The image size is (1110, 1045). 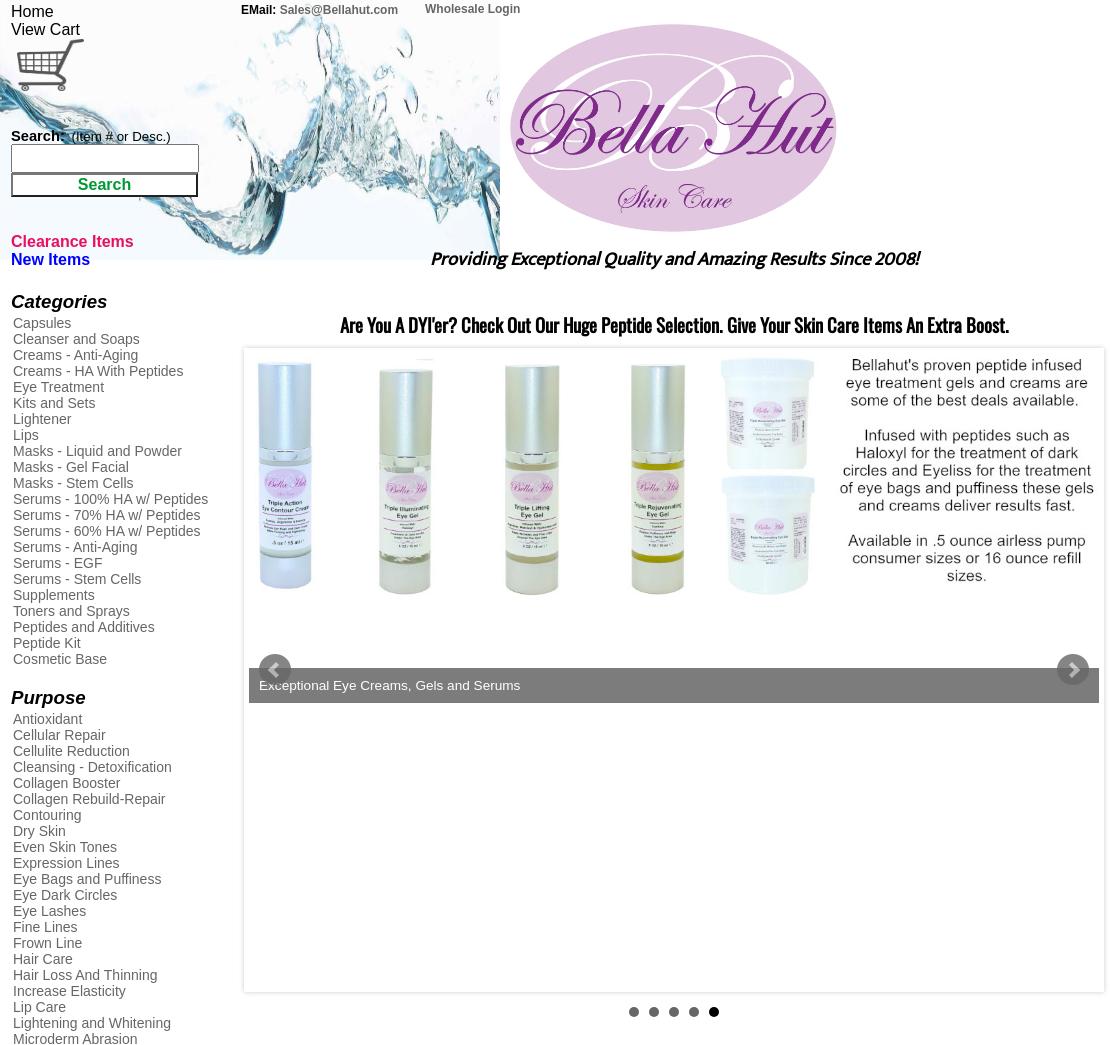 I want to click on 'Eye Dark Circles', so click(x=12, y=895).